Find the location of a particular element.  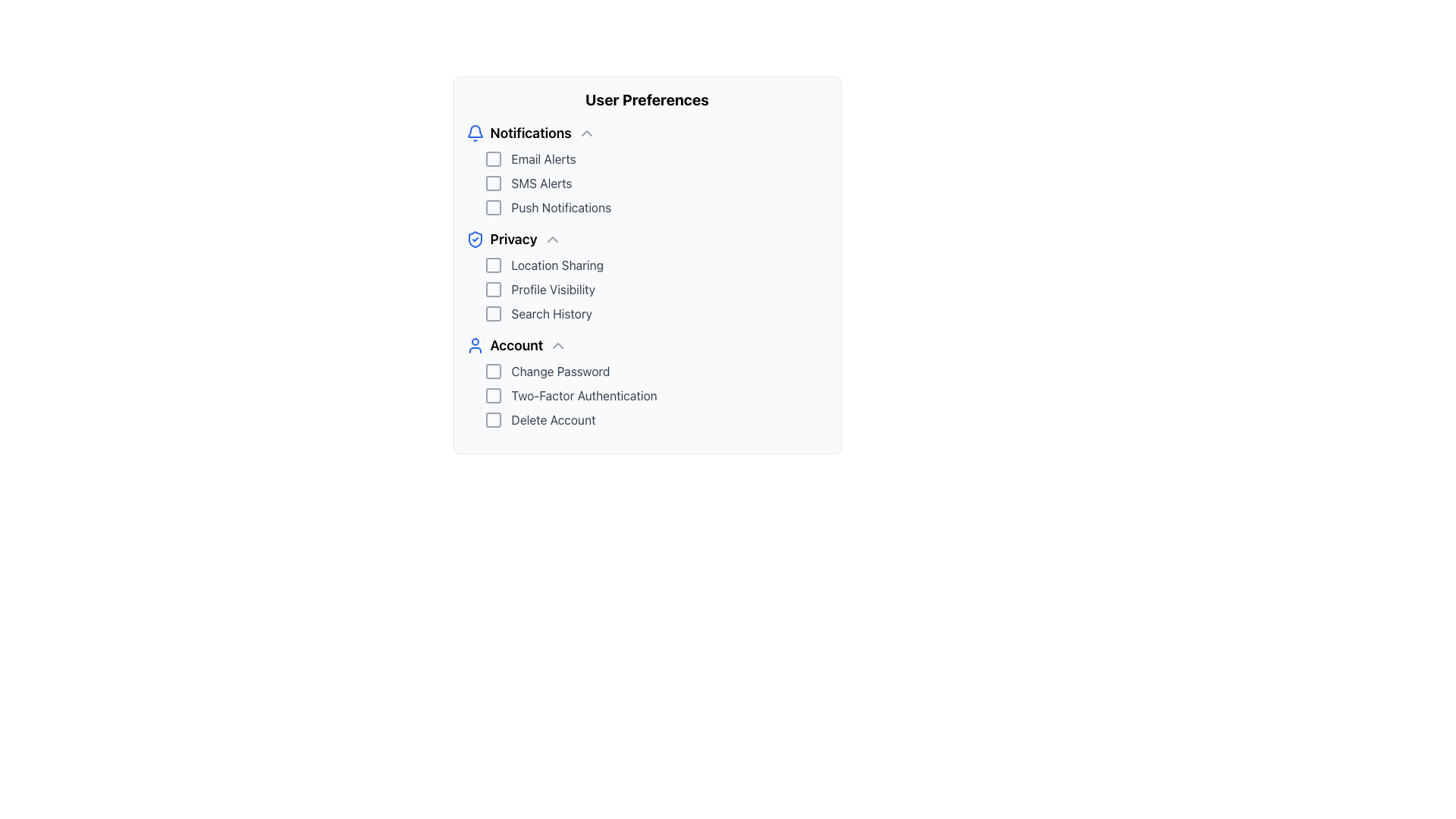

the checkbox located to the left of 'Two-Factor Authentication' in the 'Account' options list is located at coordinates (493, 394).